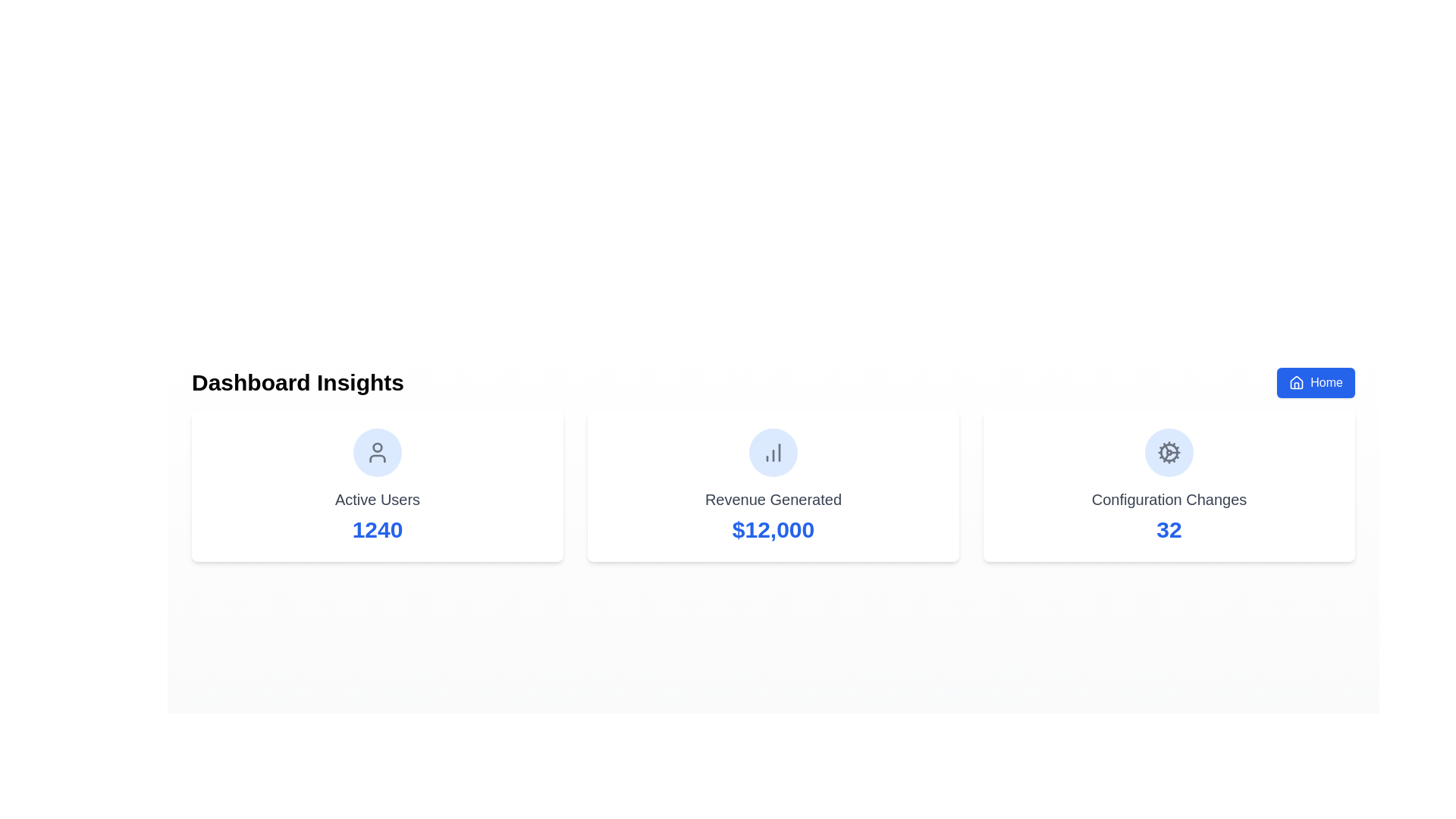 The width and height of the screenshot is (1456, 819). Describe the element at coordinates (378, 452) in the screenshot. I see `the 'Active Users' icon located in the first card, centered above the text 'Active Users' and the number '1240'` at that location.